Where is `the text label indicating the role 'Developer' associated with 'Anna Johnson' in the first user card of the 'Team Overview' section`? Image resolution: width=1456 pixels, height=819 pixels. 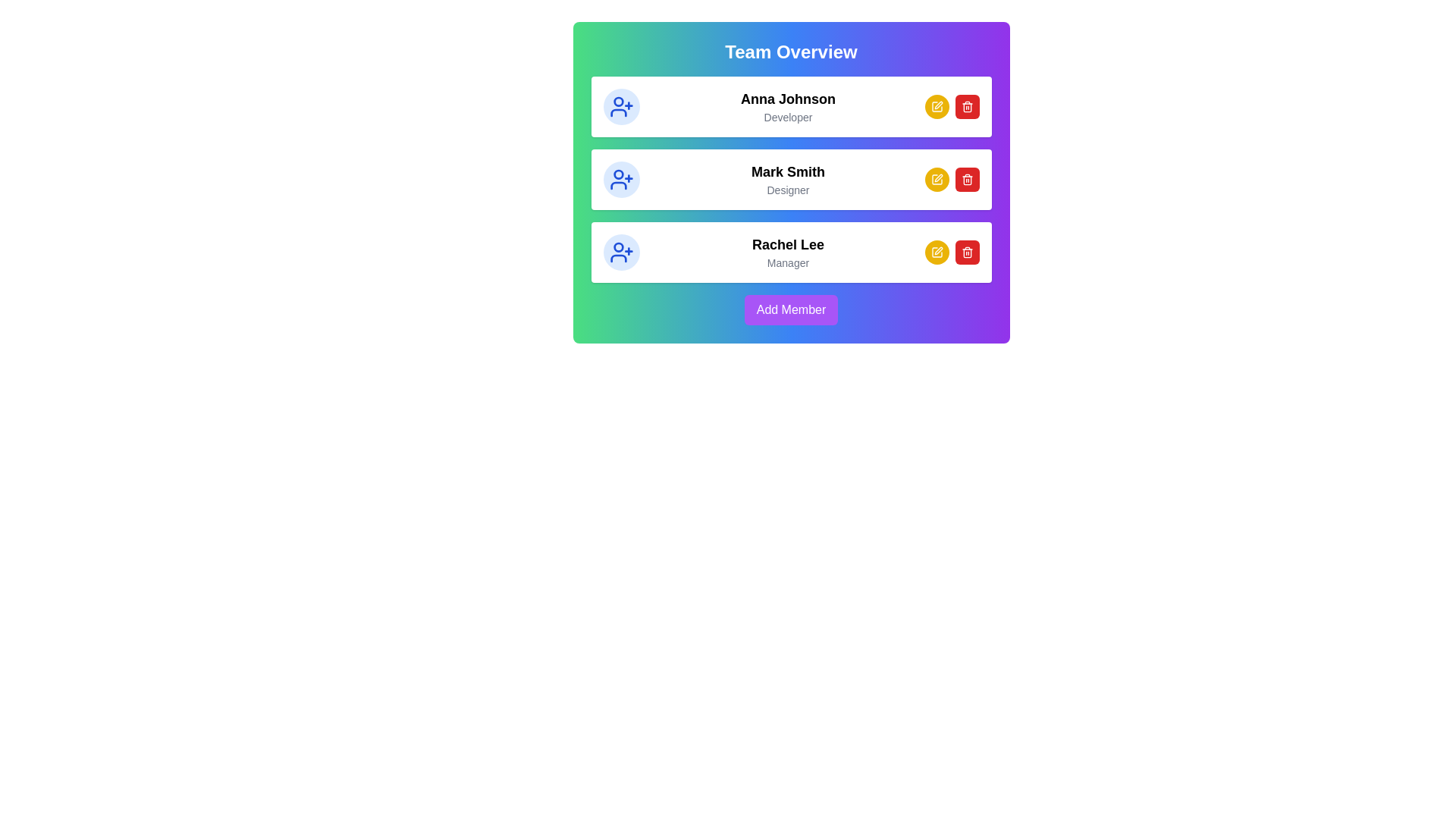
the text label indicating the role 'Developer' associated with 'Anna Johnson' in the first user card of the 'Team Overview' section is located at coordinates (788, 116).